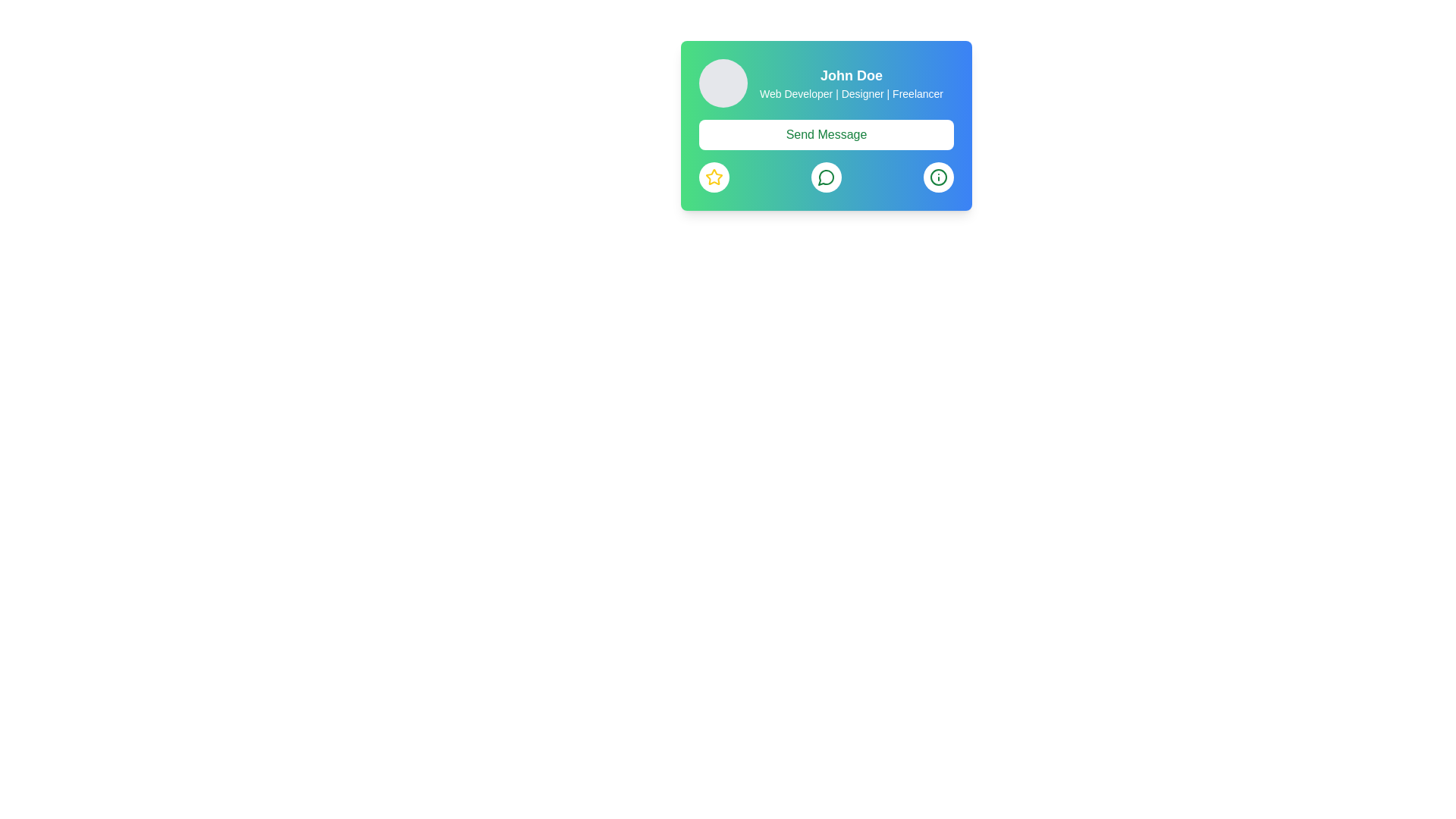 This screenshot has width=1456, height=819. What do you see at coordinates (852, 83) in the screenshot?
I see `the Text Block displaying the name 'John Doe' and the title 'Web Developer | Designer | Freelancer'` at bounding box center [852, 83].